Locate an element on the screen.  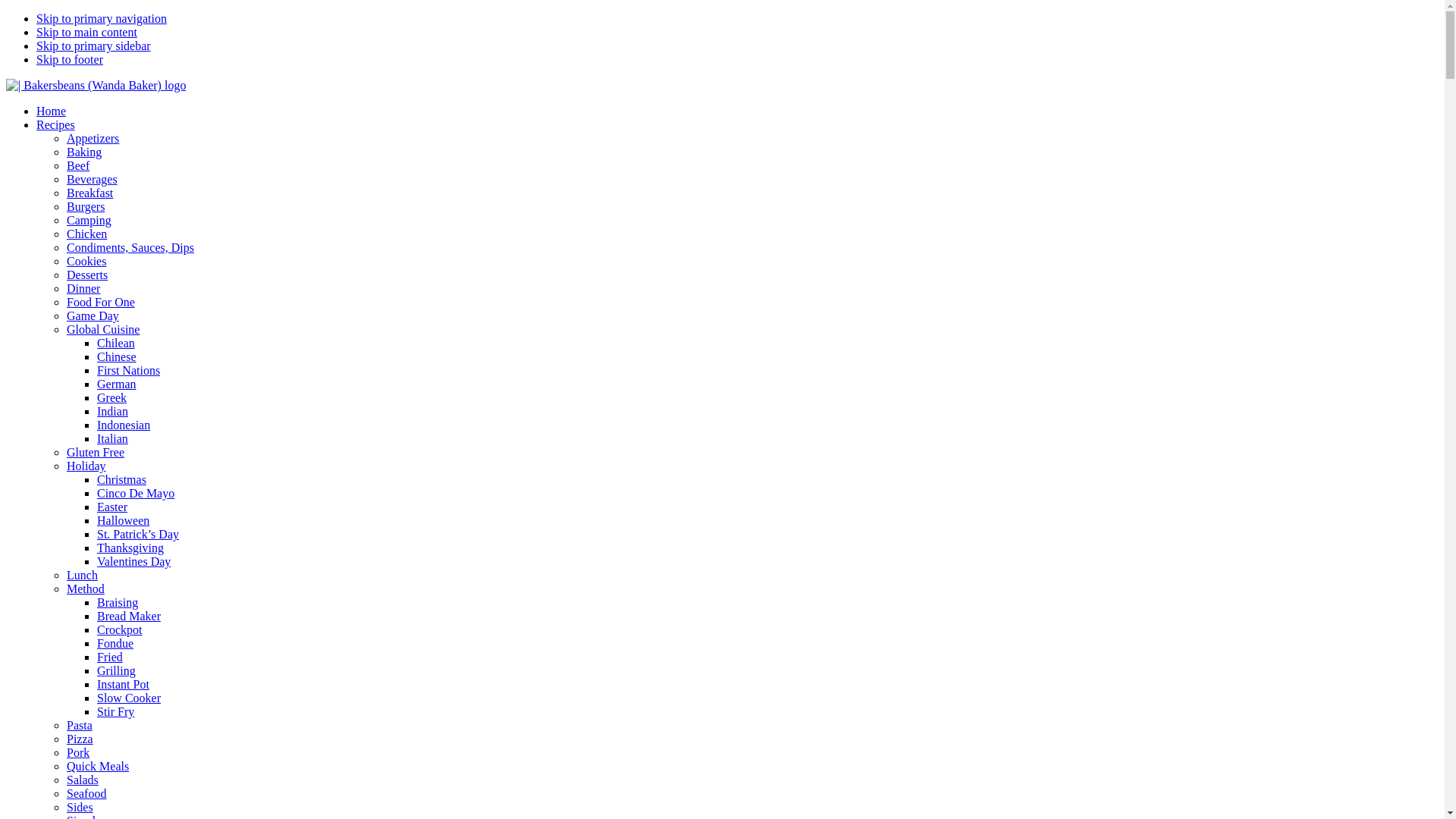
'Camping' is located at coordinates (88, 220).